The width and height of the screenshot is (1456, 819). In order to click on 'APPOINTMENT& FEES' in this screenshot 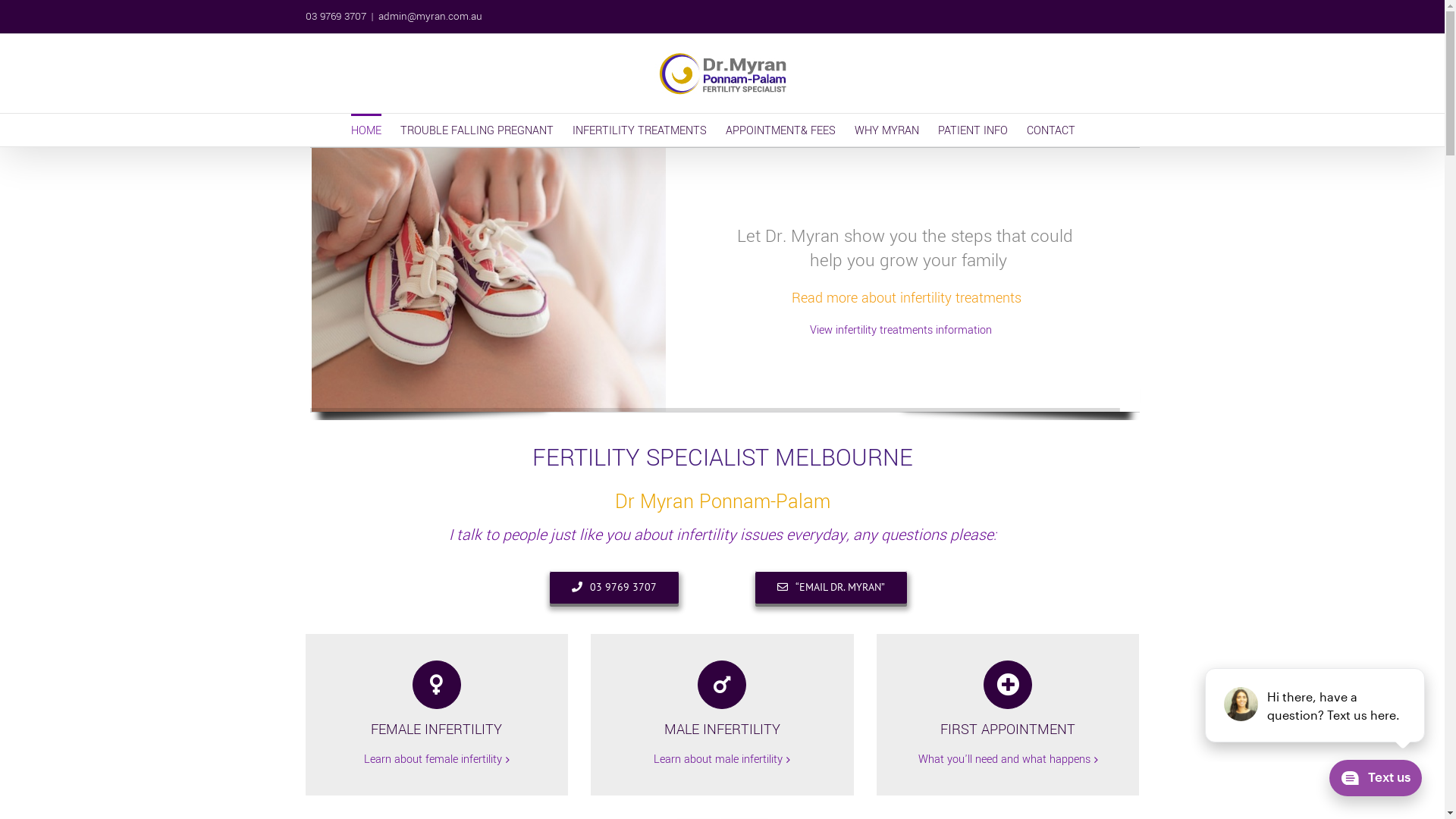, I will do `click(780, 129)`.